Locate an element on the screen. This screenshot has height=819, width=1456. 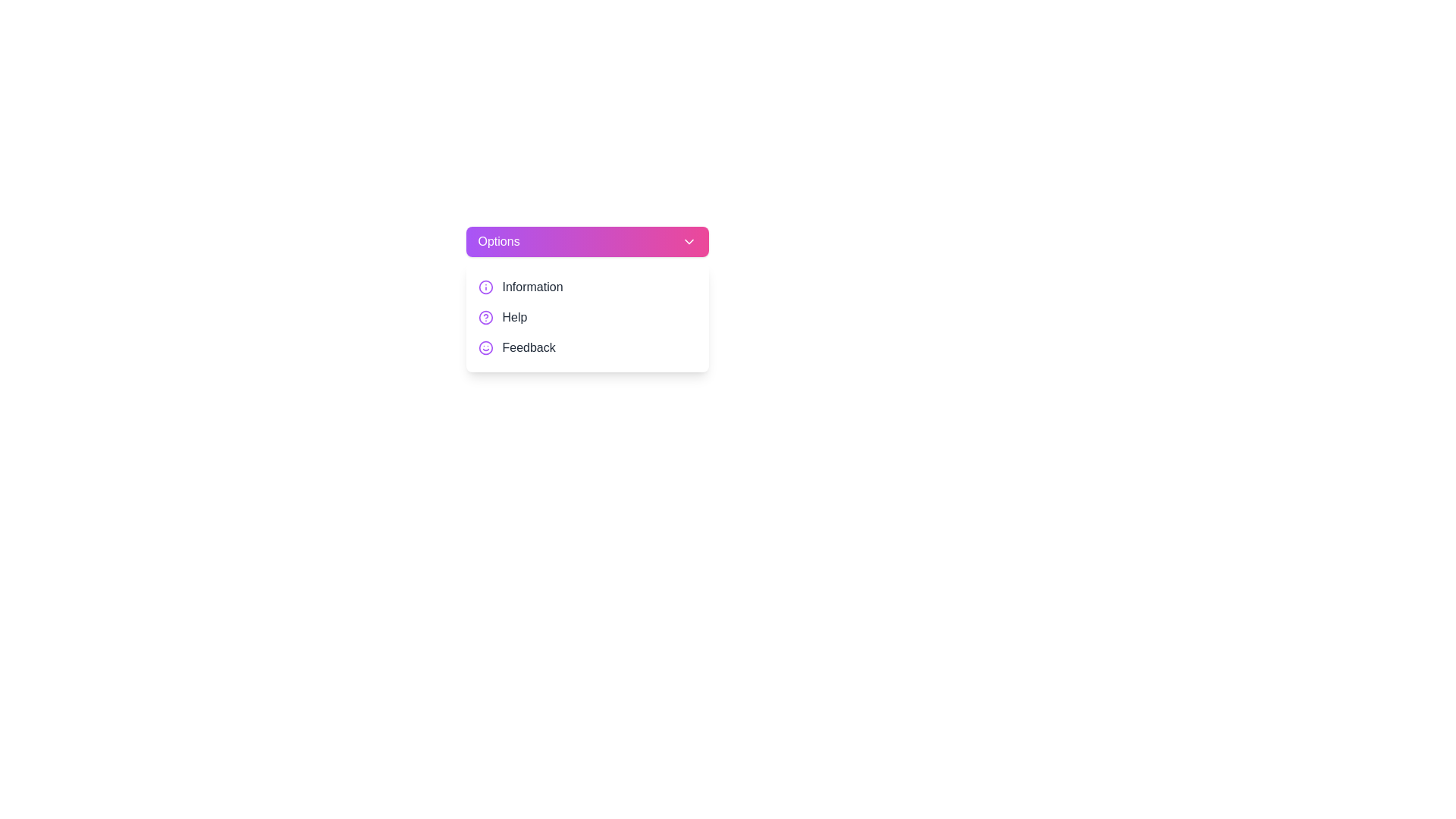
the 'Information' icon, which is the first item in the vertical list under the 'Options' dropdown menu is located at coordinates (485, 287).